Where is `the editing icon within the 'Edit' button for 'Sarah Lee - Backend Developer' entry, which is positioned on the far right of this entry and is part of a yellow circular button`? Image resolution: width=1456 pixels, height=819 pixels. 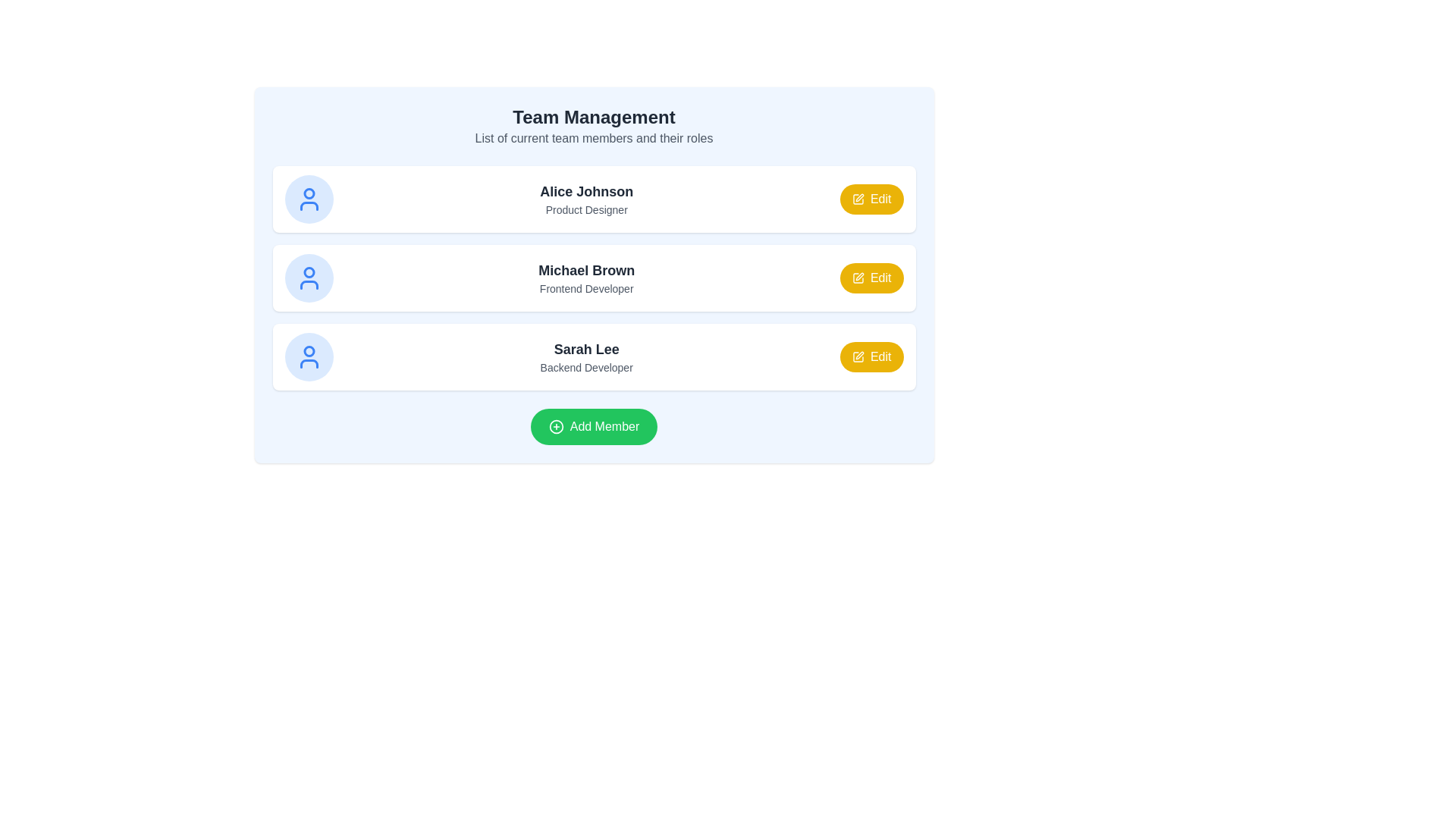
the editing icon within the 'Edit' button for 'Sarah Lee - Backend Developer' entry, which is positioned on the far right of this entry and is part of a yellow circular button is located at coordinates (859, 356).